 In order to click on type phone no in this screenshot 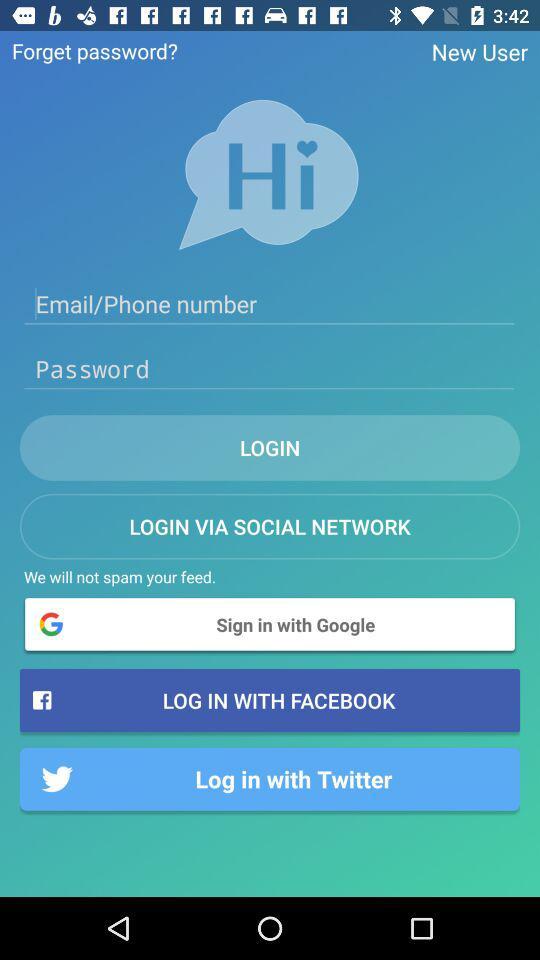, I will do `click(270, 304)`.